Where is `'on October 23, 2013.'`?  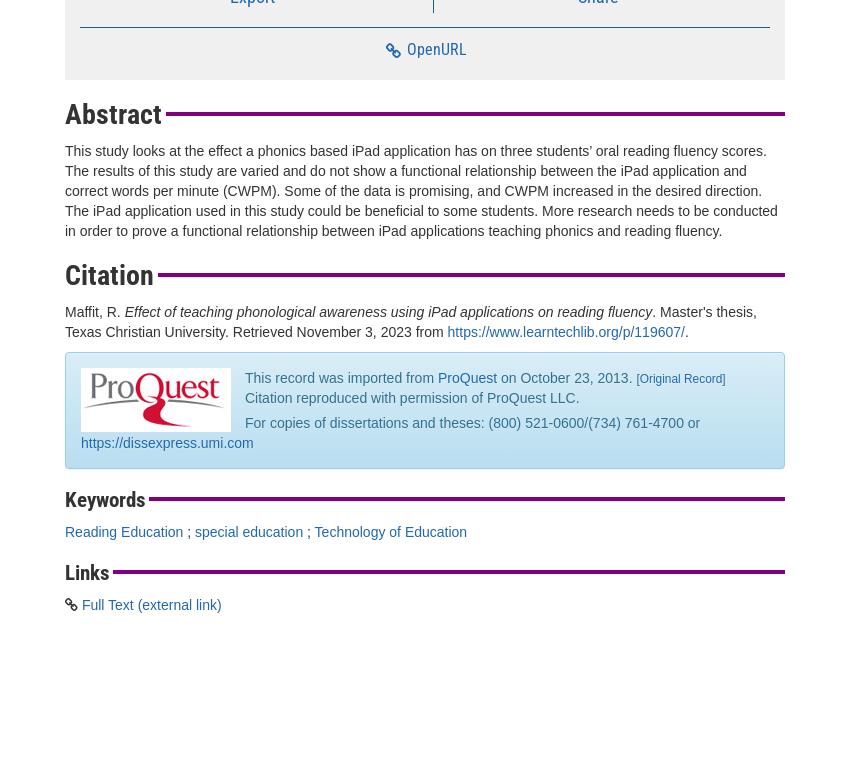 'on October 23, 2013.' is located at coordinates (496, 375).